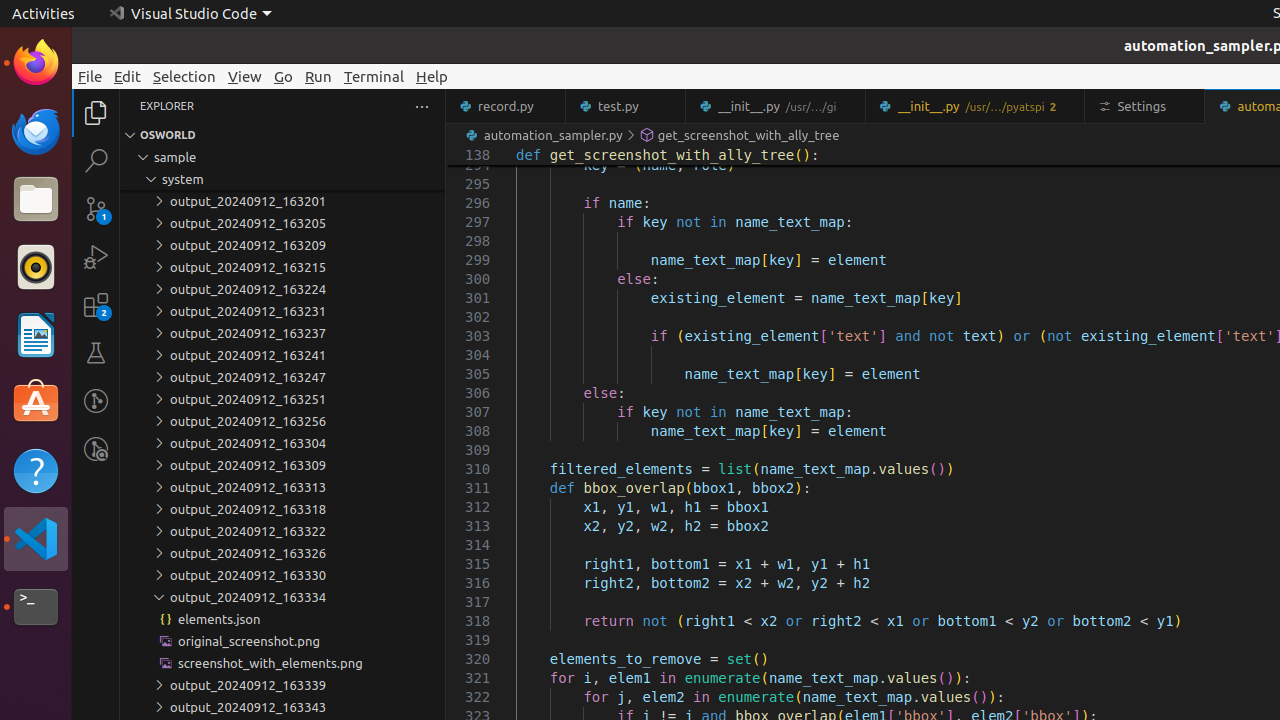 The width and height of the screenshot is (1280, 720). What do you see at coordinates (126, 75) in the screenshot?
I see `'Edit'` at bounding box center [126, 75].